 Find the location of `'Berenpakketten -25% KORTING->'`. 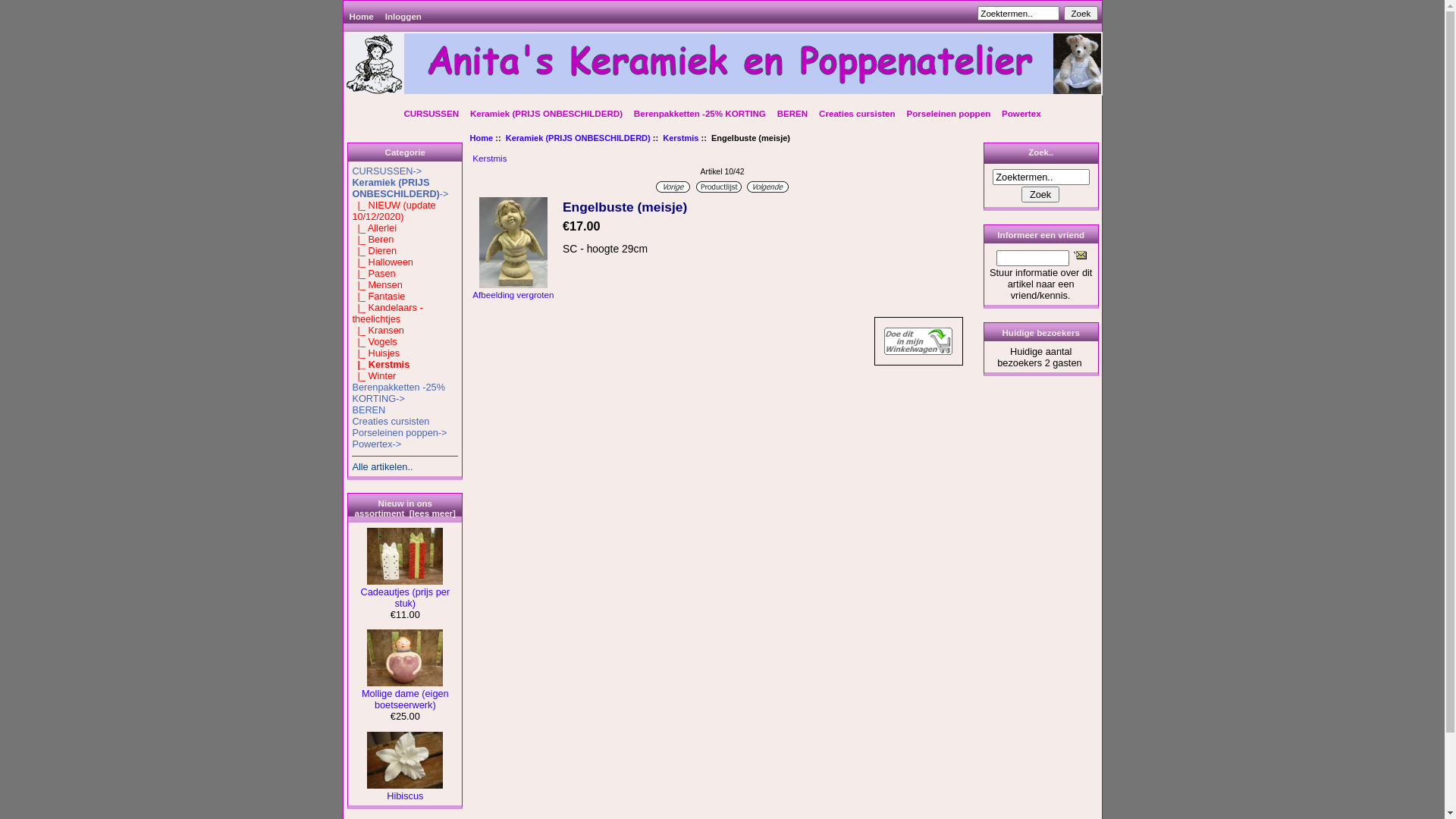

'Berenpakketten -25% KORTING->' is located at coordinates (351, 391).